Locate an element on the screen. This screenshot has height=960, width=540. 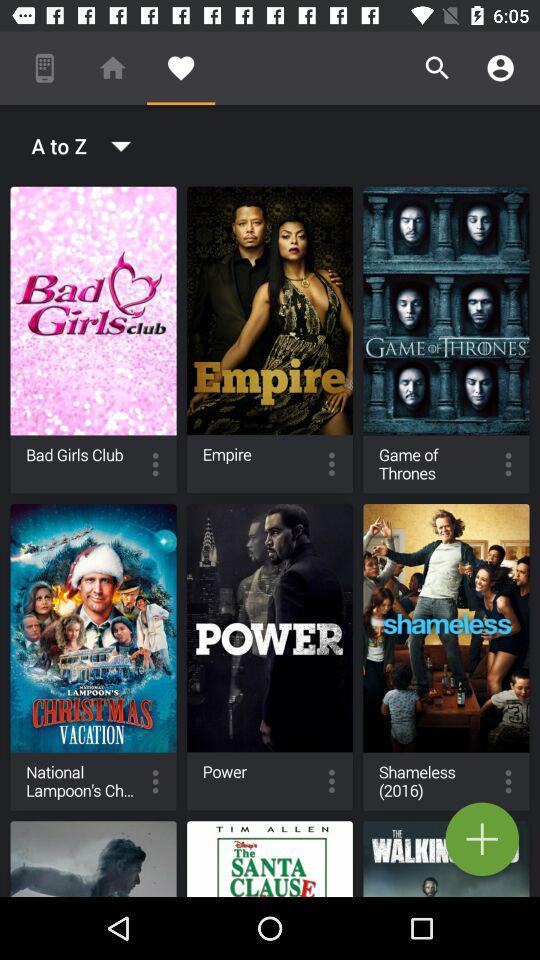
a to z item is located at coordinates (74, 144).